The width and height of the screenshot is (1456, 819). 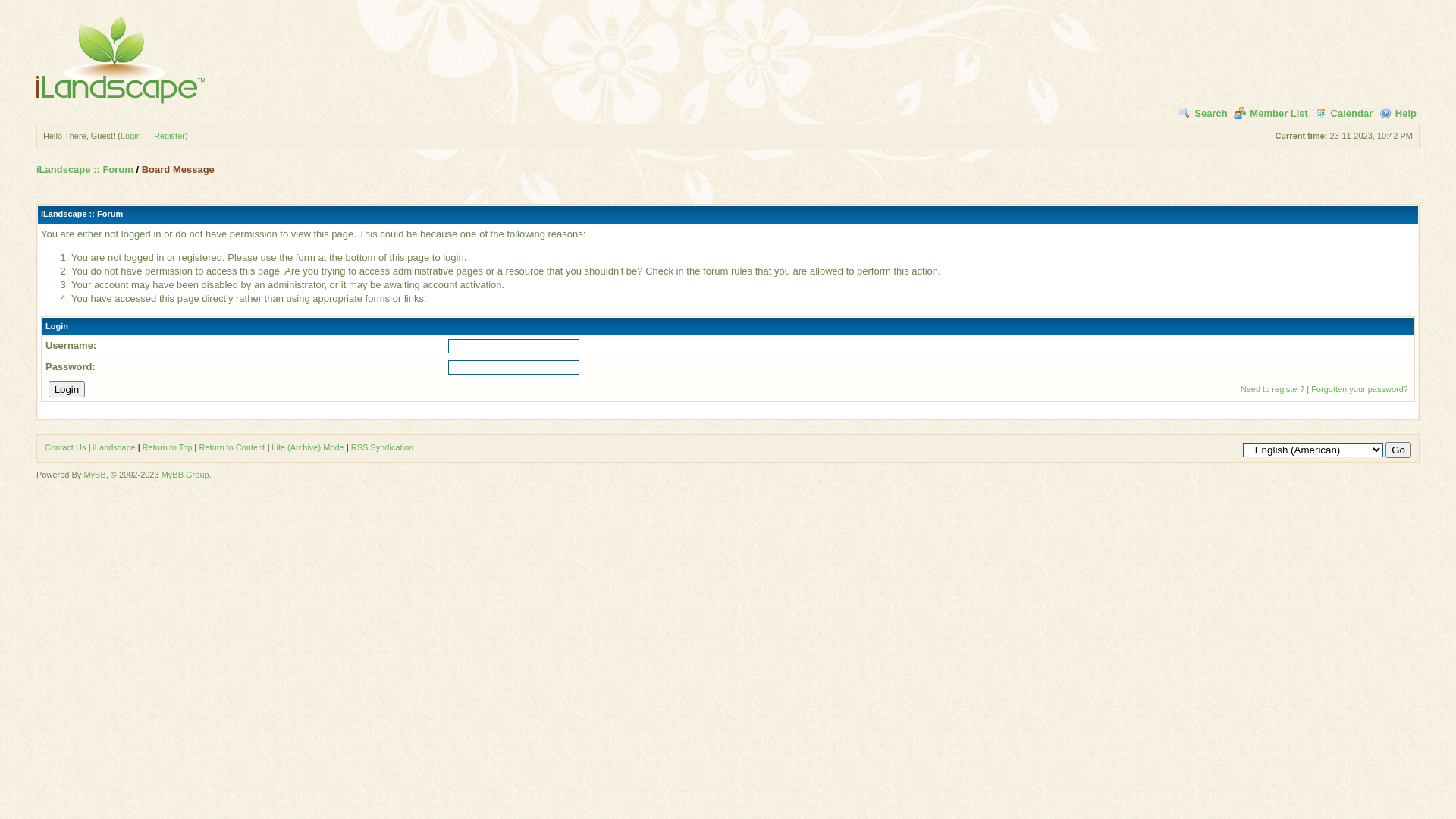 What do you see at coordinates (306, 447) in the screenshot?
I see `'Lite (Archive) Mode'` at bounding box center [306, 447].